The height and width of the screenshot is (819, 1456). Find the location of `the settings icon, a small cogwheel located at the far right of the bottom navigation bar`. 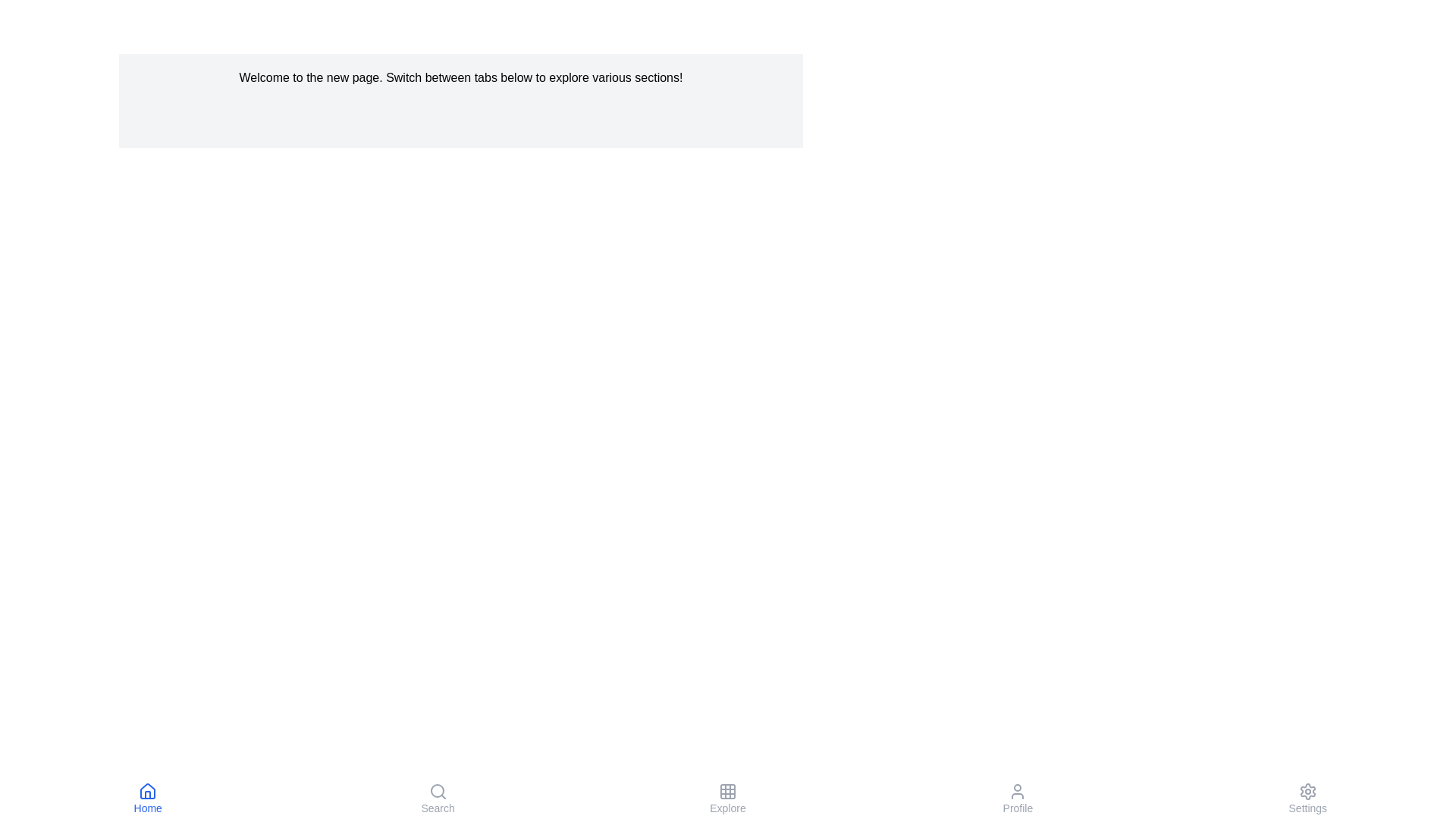

the settings icon, a small cogwheel located at the far right of the bottom navigation bar is located at coordinates (1307, 791).